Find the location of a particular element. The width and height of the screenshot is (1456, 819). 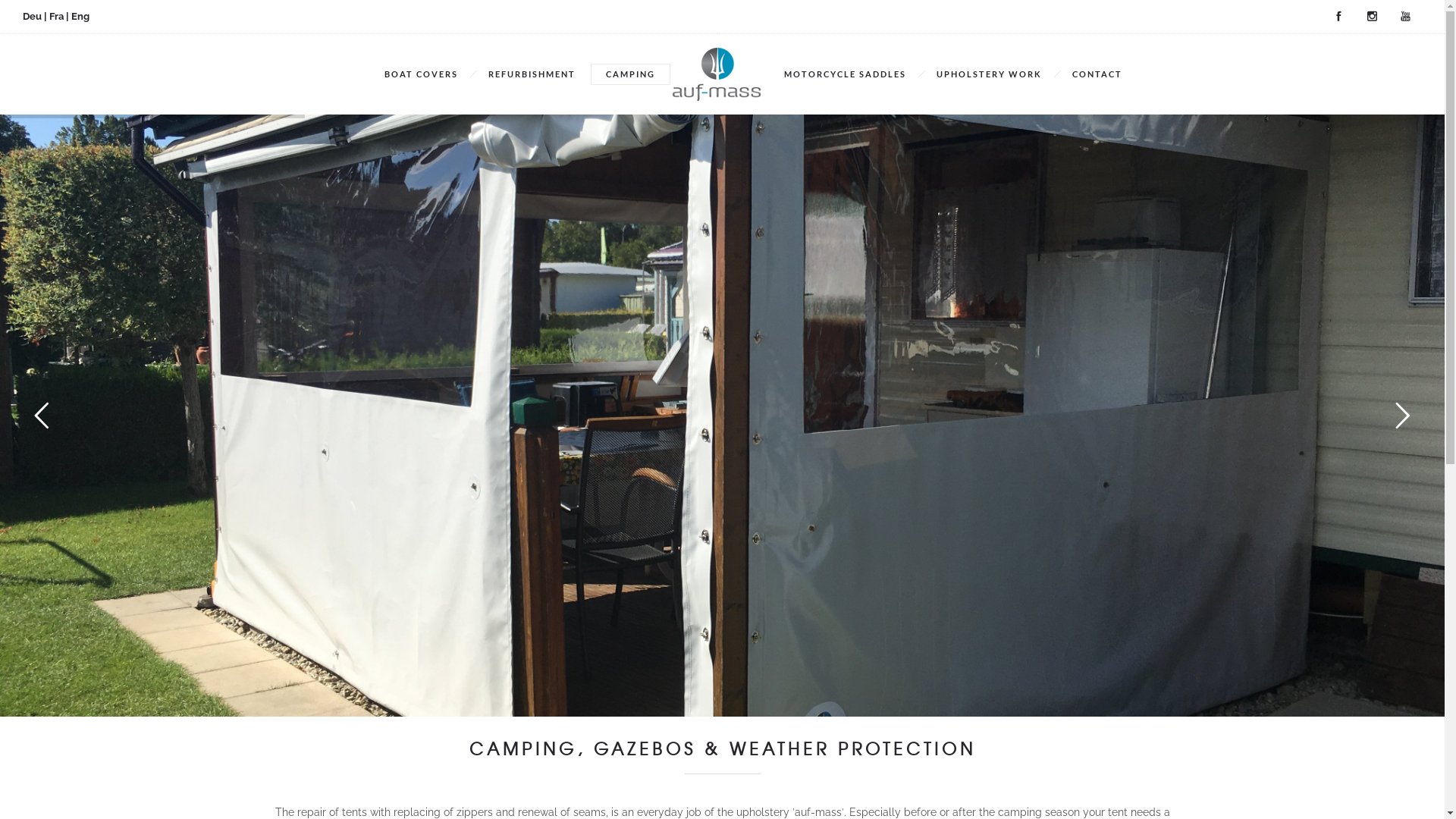

'Deu' is located at coordinates (32, 16).